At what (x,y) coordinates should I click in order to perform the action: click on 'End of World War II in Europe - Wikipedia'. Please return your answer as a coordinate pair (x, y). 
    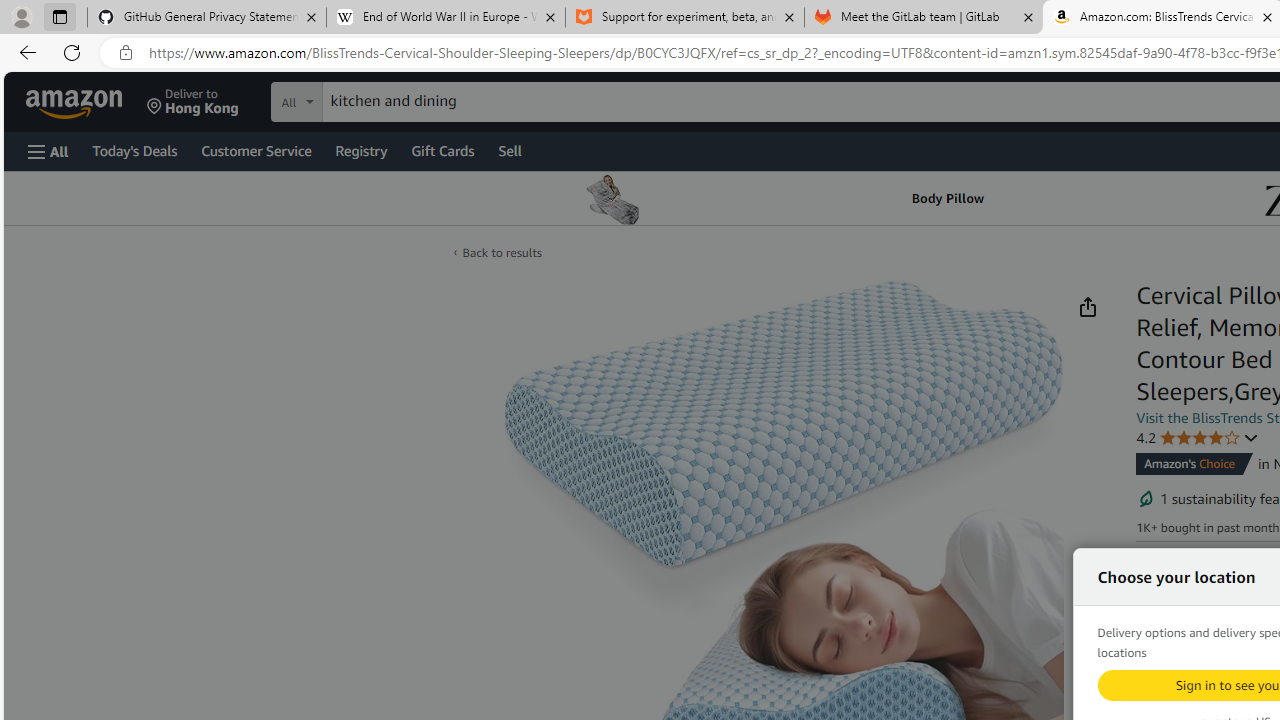
    Looking at the image, I should click on (444, 17).